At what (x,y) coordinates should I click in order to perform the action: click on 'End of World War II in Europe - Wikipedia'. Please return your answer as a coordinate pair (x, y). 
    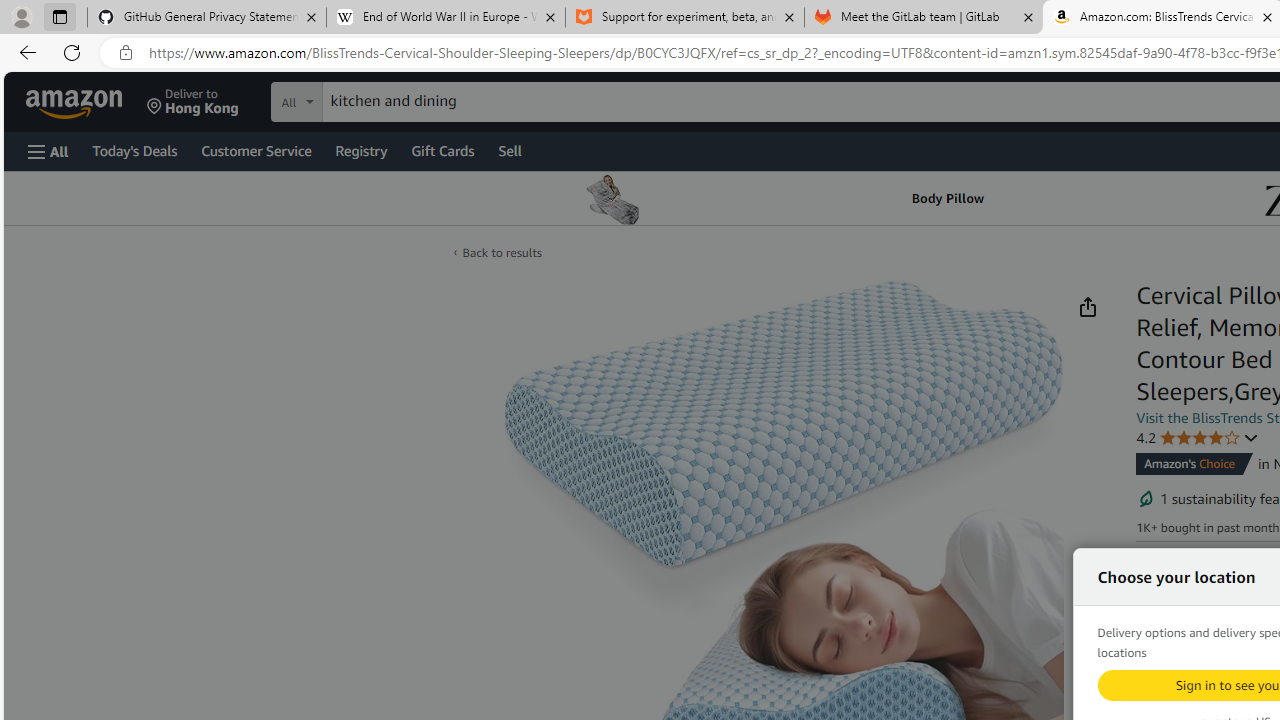
    Looking at the image, I should click on (444, 17).